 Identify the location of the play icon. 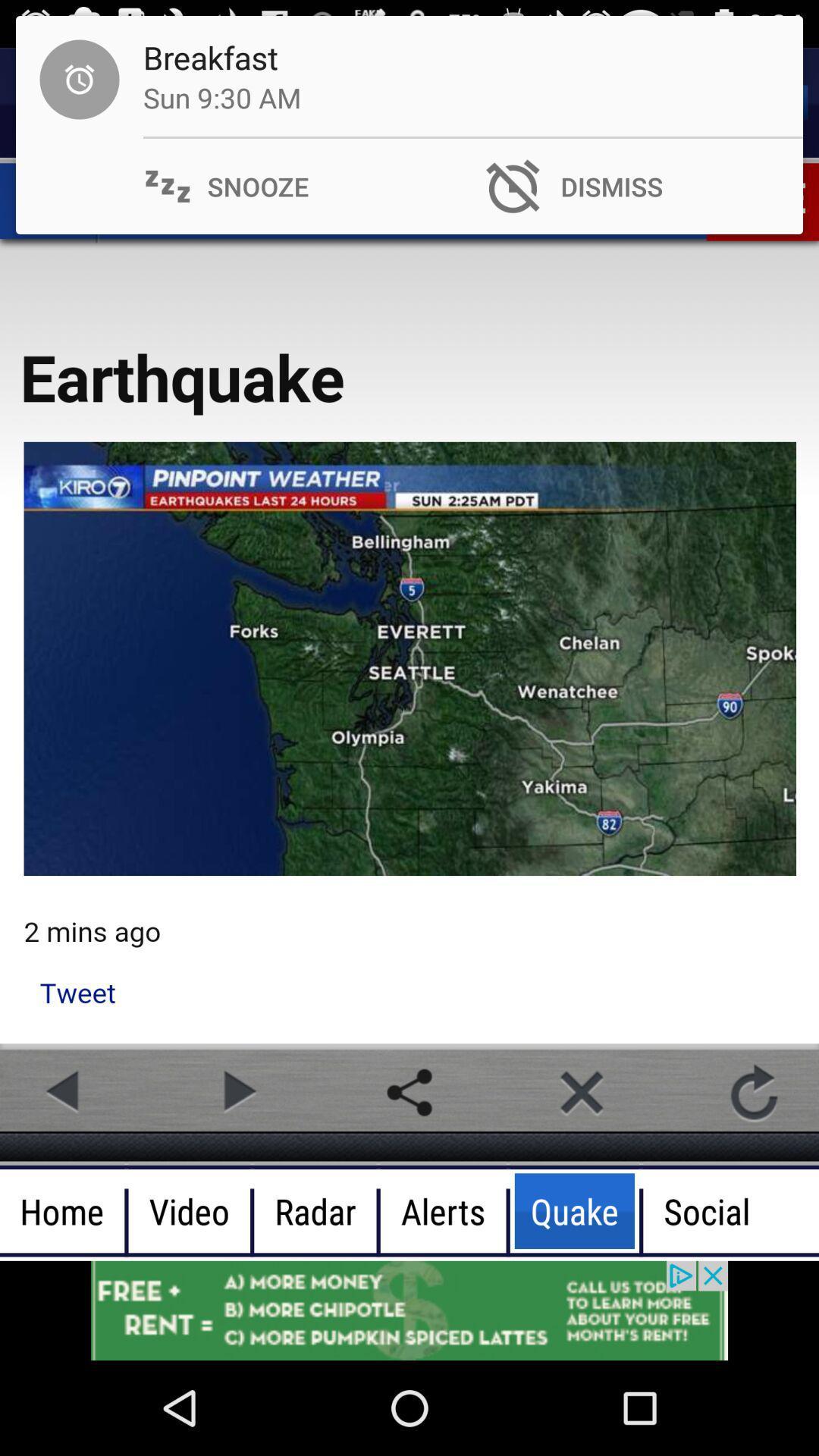
(237, 1092).